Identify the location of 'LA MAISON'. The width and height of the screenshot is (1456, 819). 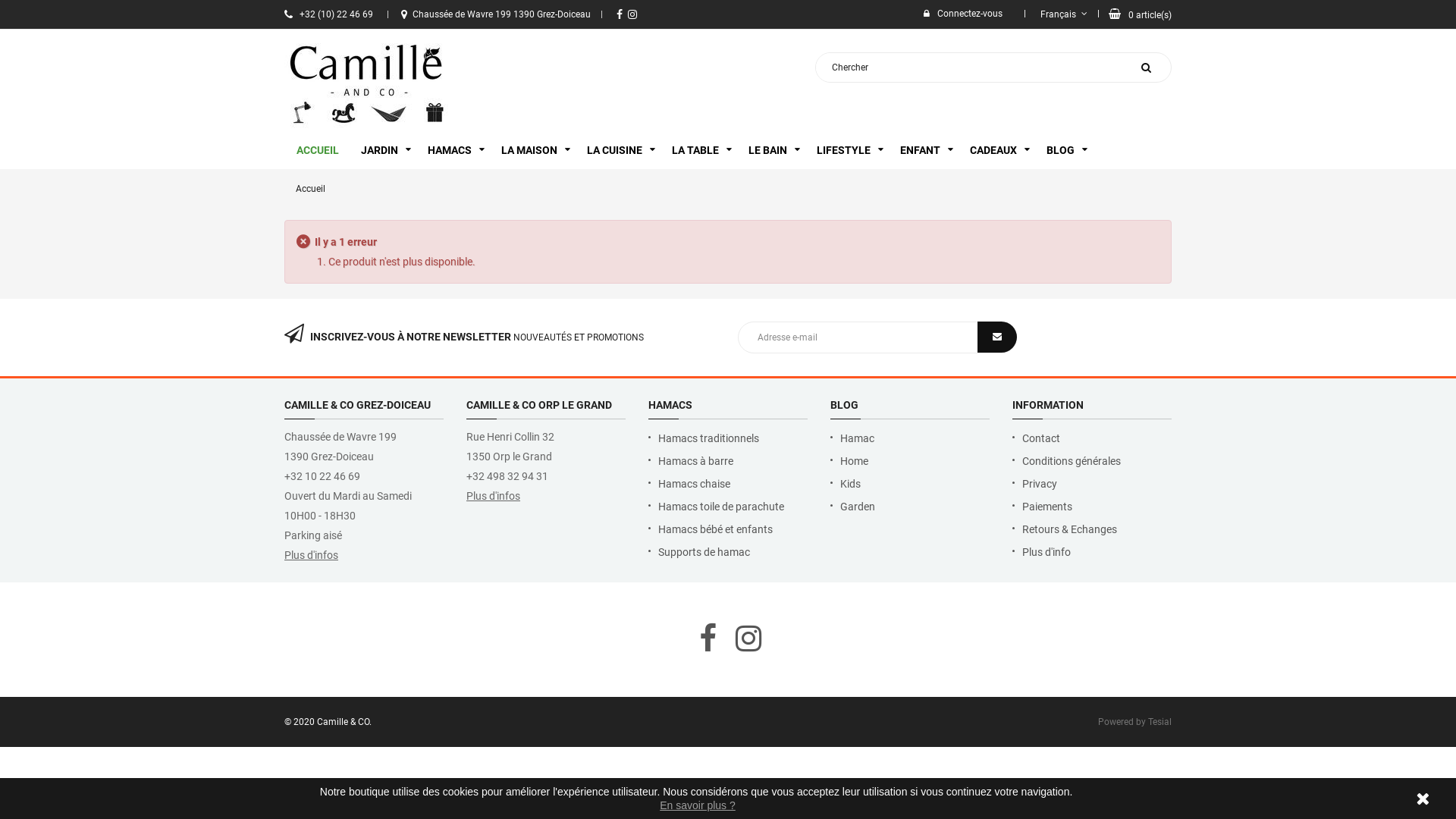
(491, 149).